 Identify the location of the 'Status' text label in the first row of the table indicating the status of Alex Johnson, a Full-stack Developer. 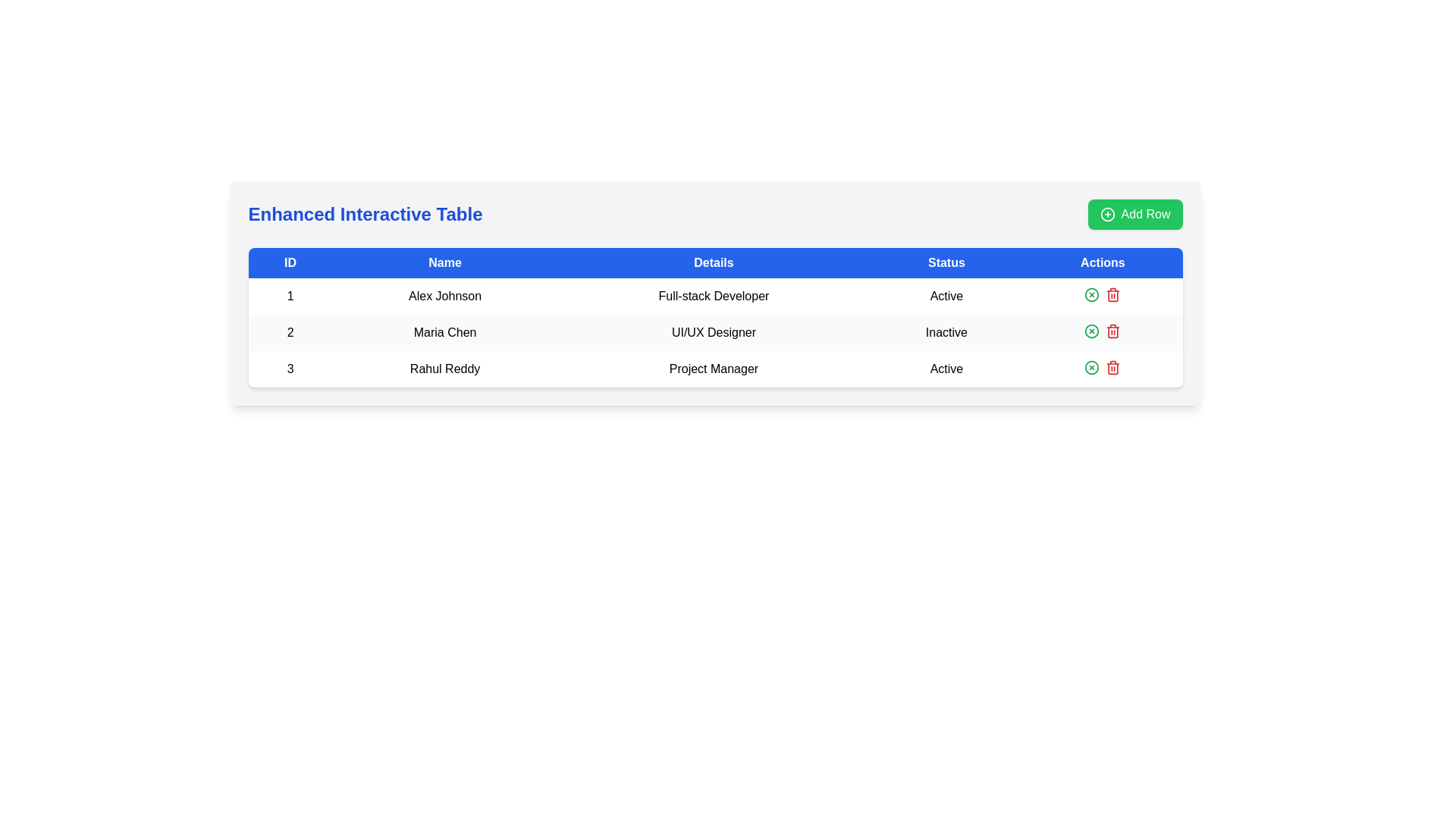
(946, 296).